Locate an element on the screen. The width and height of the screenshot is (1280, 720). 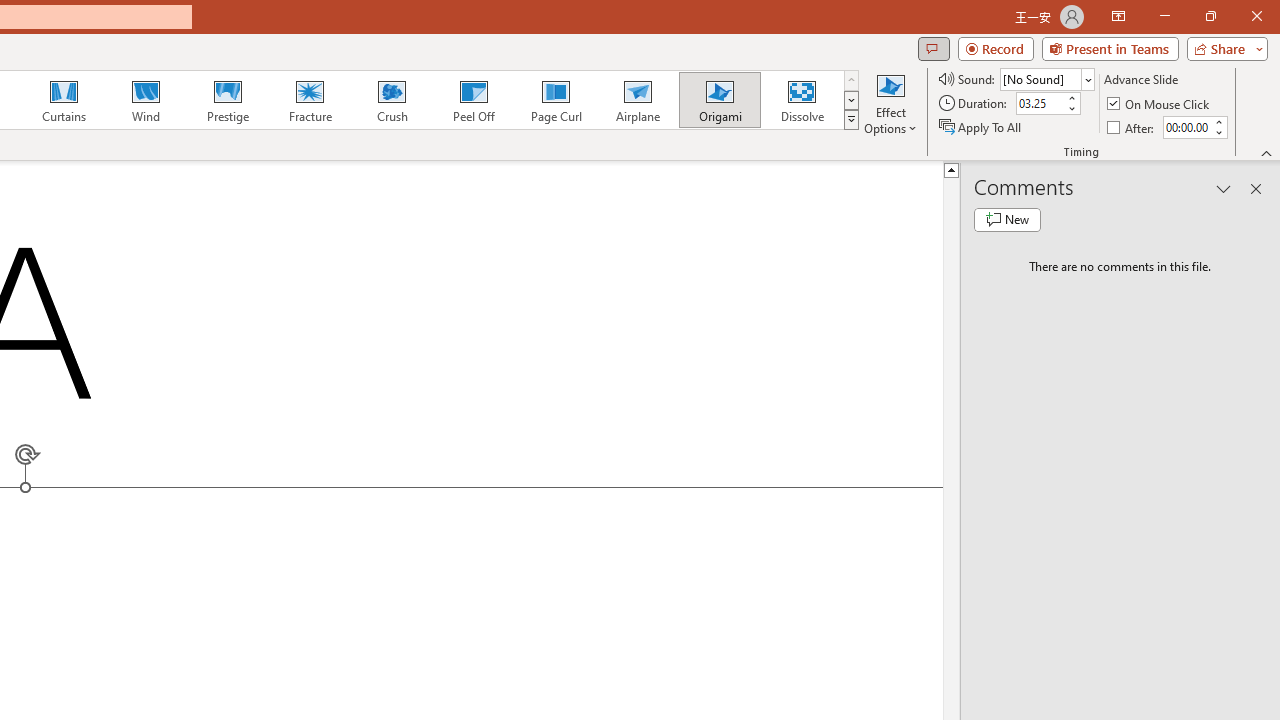
'Page Curl' is located at coordinates (555, 100).